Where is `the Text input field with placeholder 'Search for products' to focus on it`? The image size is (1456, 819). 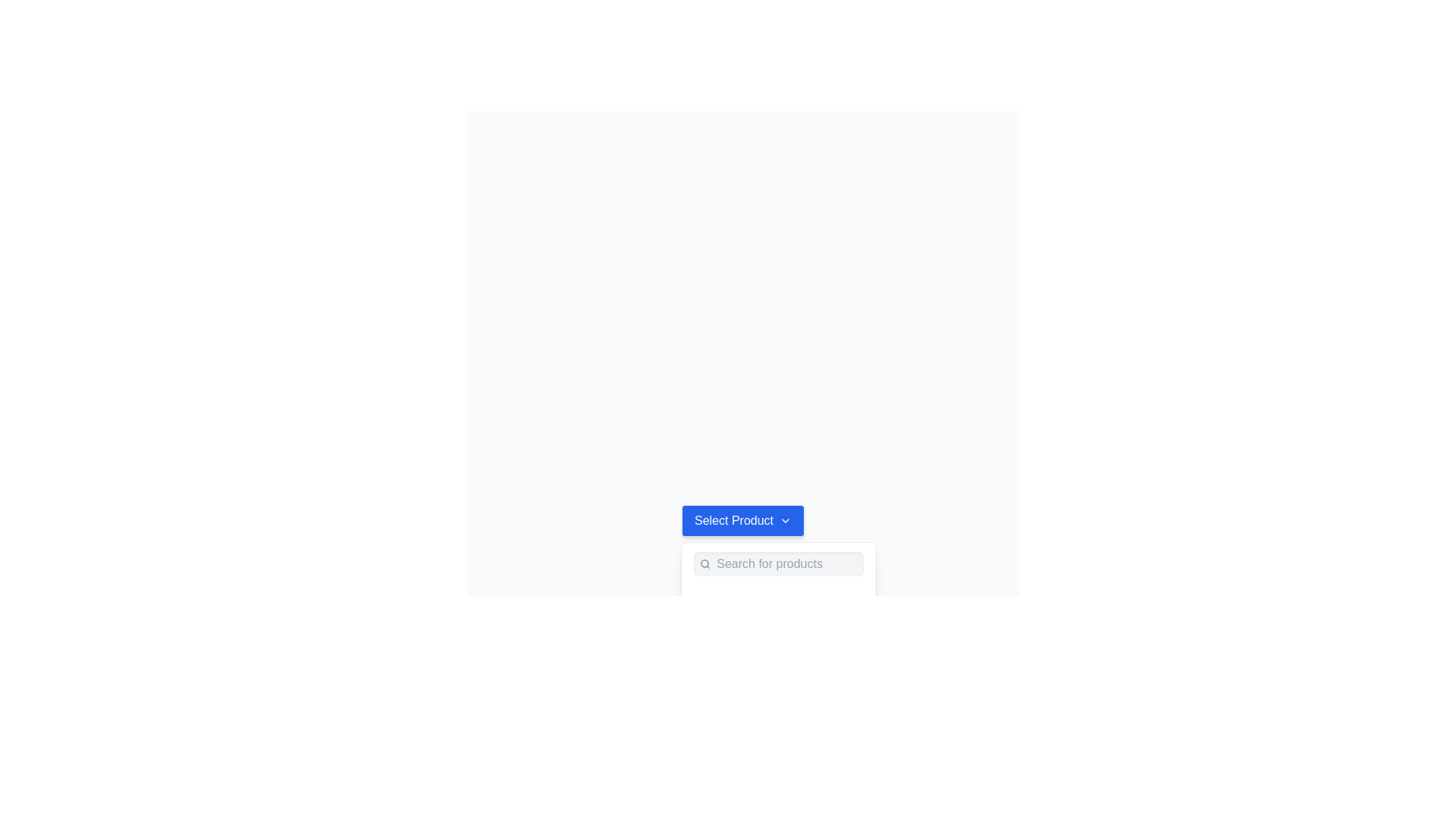 the Text input field with placeholder 'Search for products' to focus on it is located at coordinates (779, 564).